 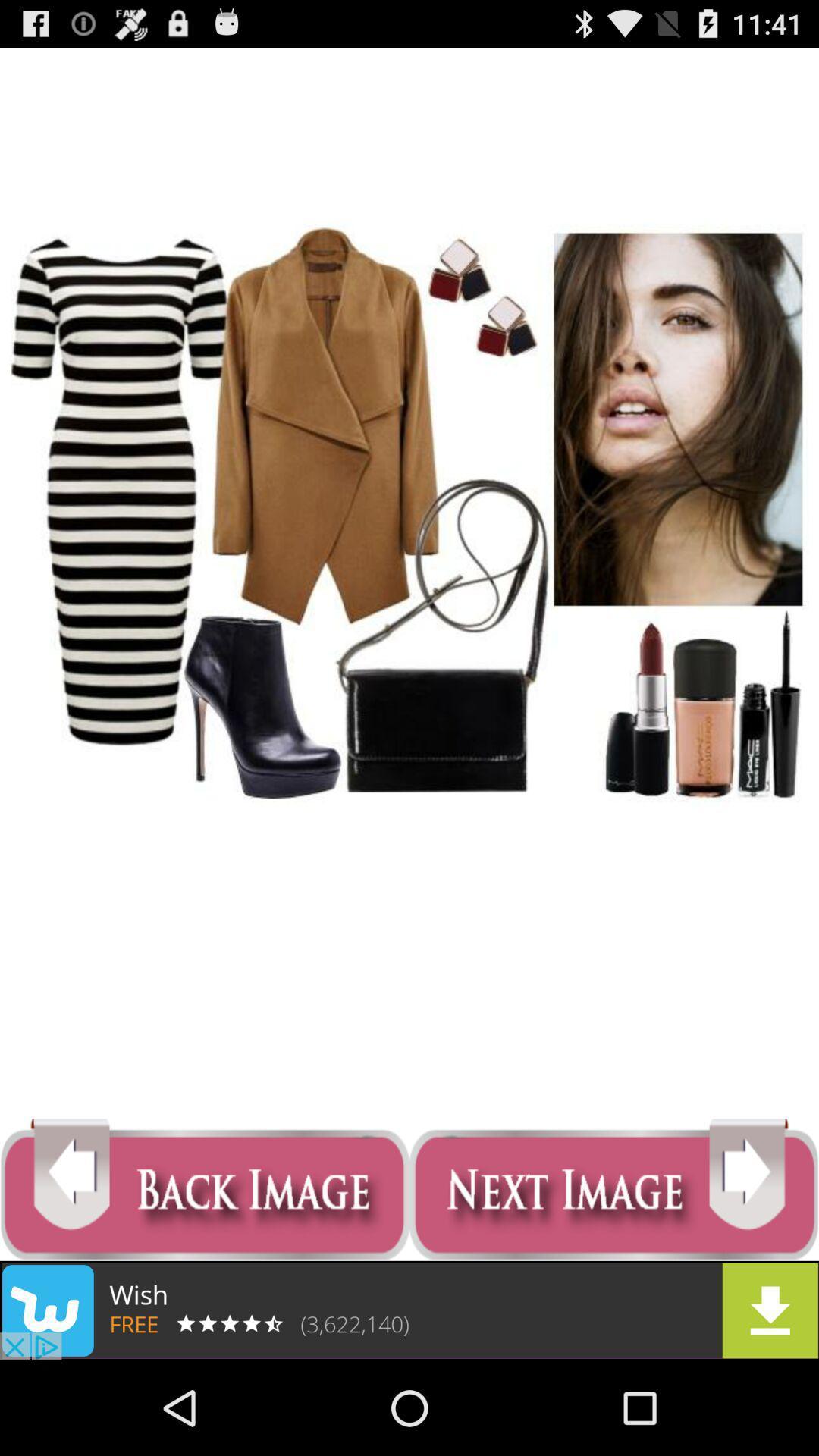 I want to click on next page, so click(x=614, y=1189).